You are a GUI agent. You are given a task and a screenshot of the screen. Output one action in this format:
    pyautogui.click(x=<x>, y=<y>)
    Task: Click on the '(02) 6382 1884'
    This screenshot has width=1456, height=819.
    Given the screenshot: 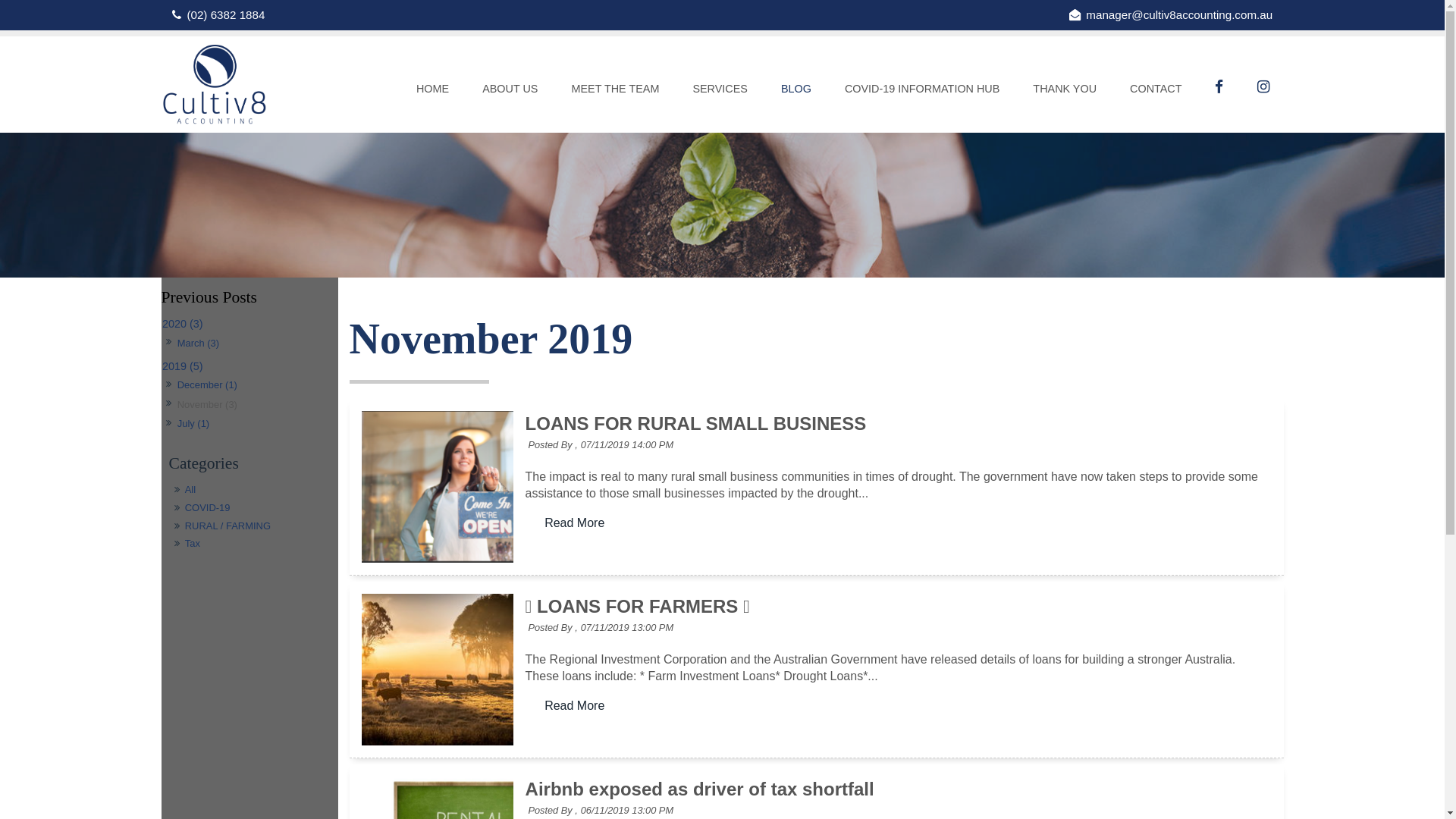 What is the action you would take?
    pyautogui.click(x=217, y=14)
    